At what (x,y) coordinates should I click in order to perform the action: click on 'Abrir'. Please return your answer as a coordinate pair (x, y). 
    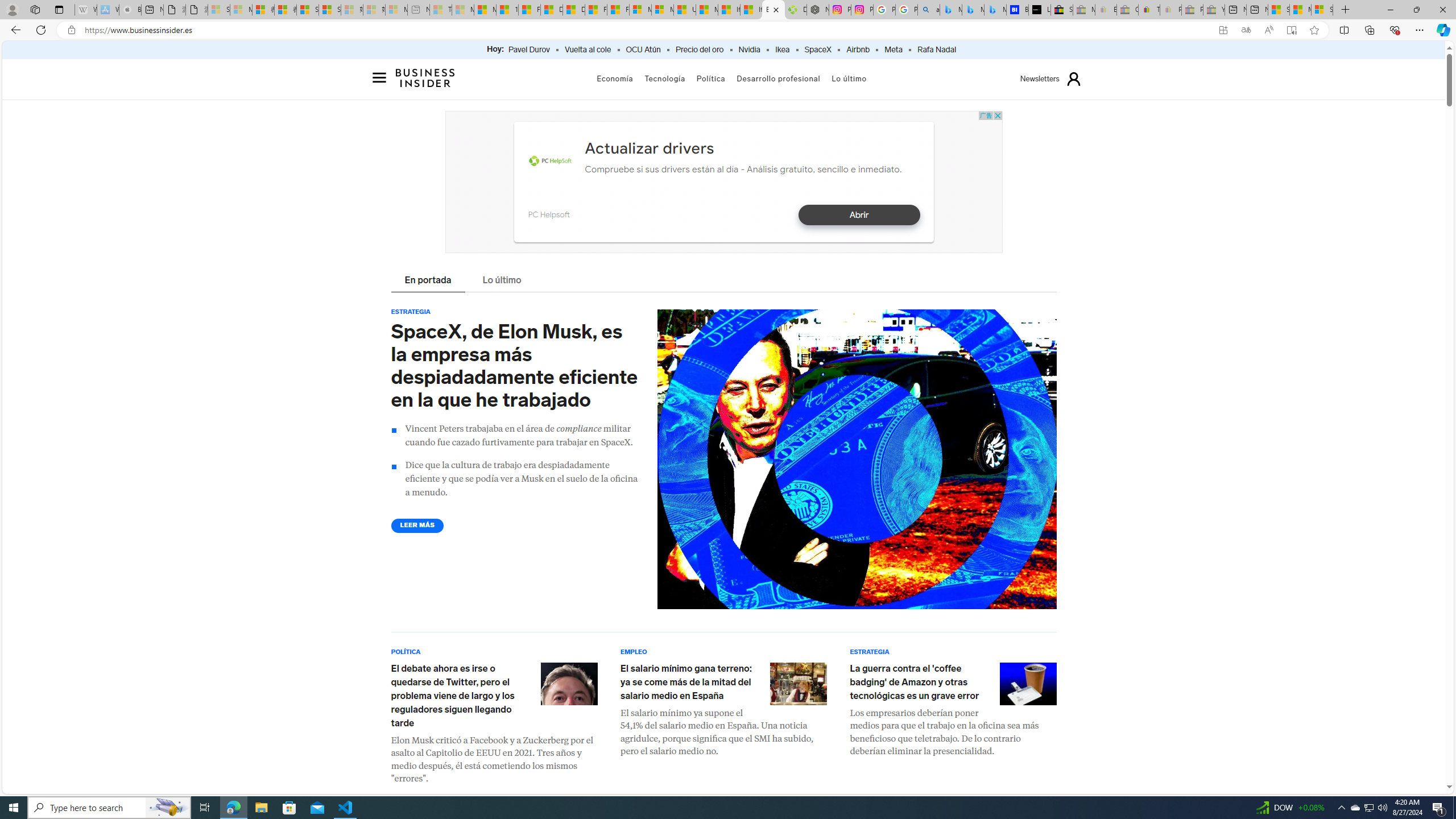
    Looking at the image, I should click on (858, 215).